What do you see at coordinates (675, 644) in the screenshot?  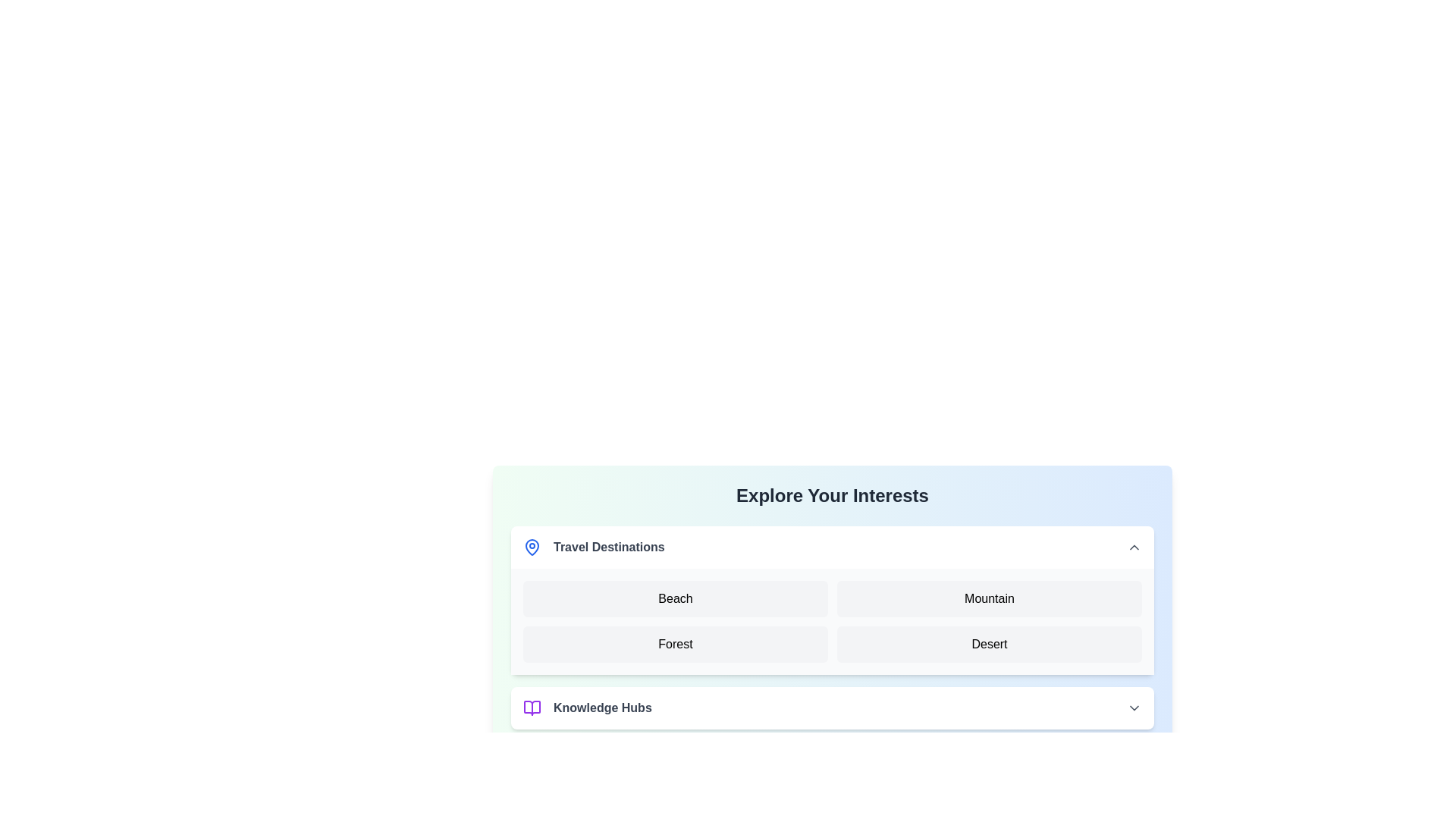 I see `the 'Forest' button located in the second row and first column of the 'Travel Destinations' section` at bounding box center [675, 644].